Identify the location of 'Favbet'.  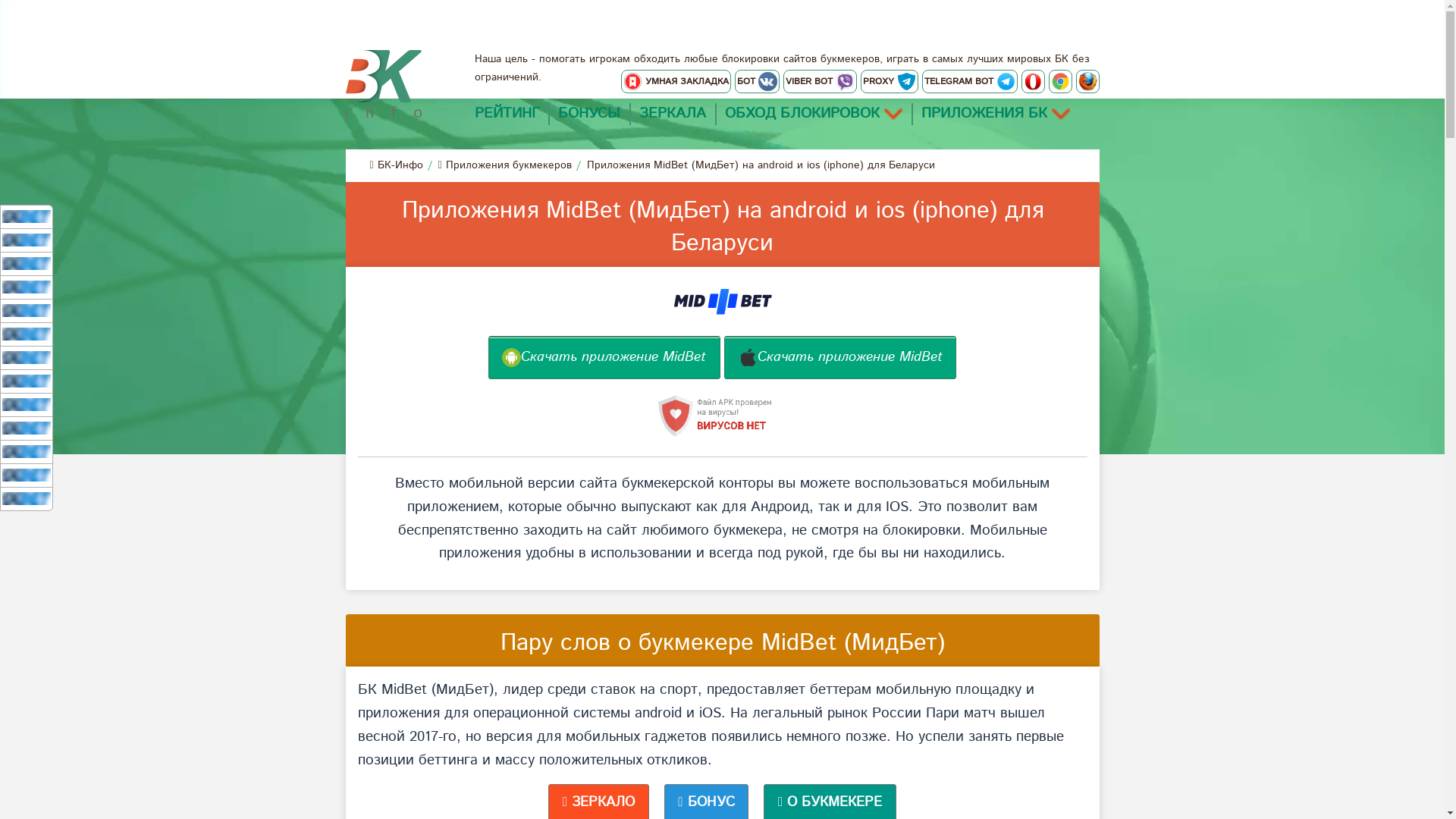
(26, 498).